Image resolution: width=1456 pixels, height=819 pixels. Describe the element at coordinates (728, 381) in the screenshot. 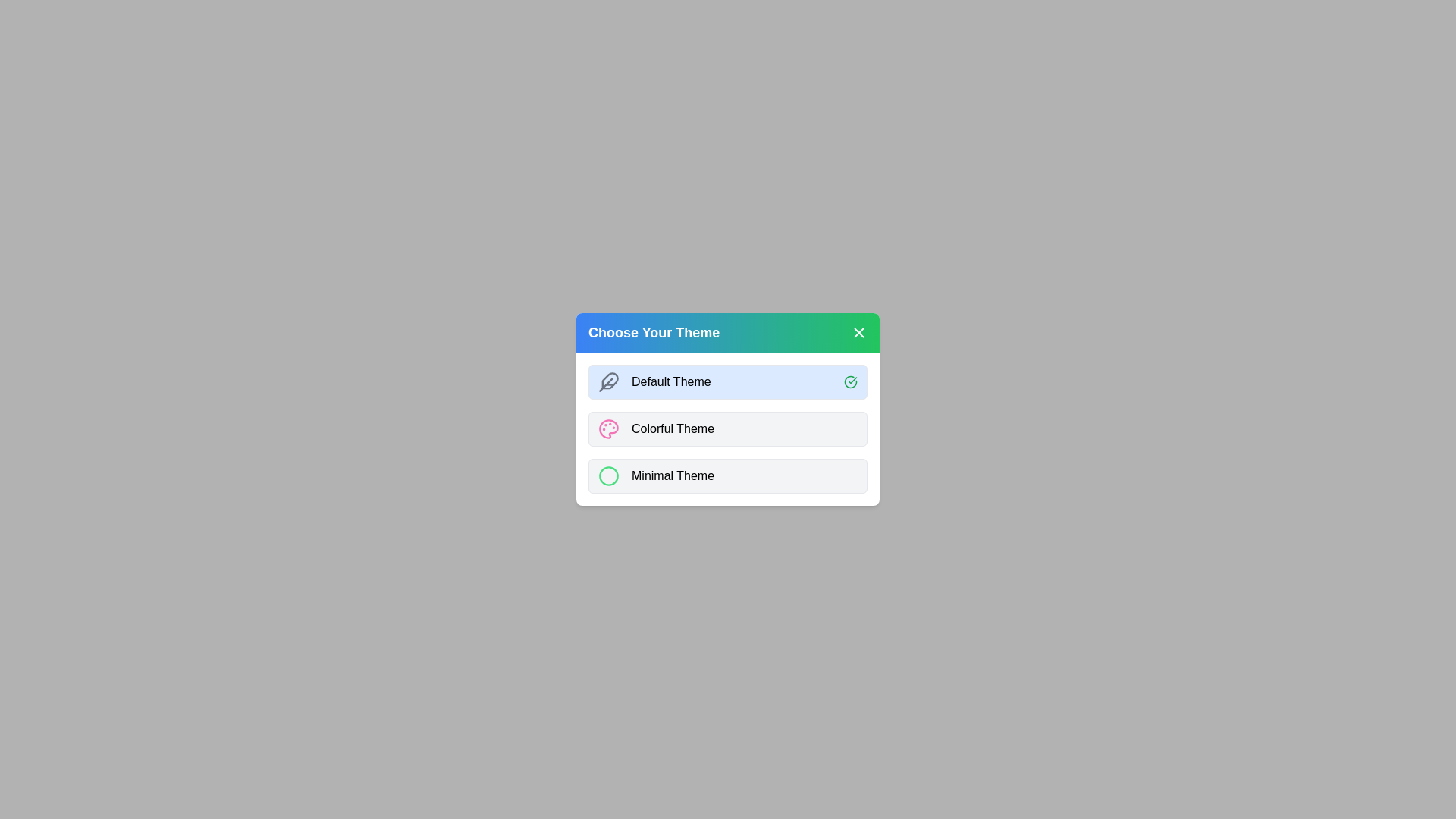

I see `the 'Default Theme' button to select it` at that location.